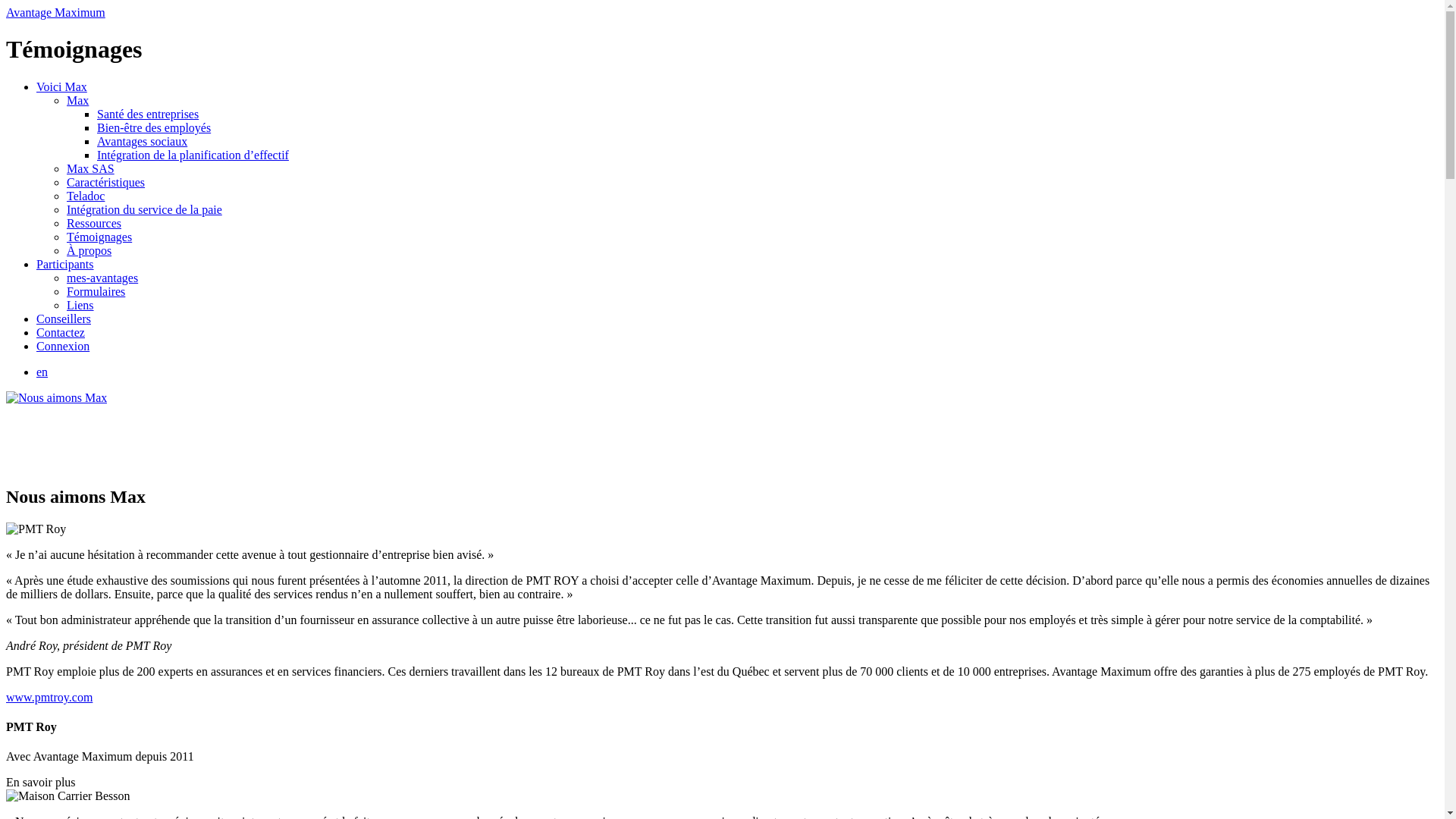 The image size is (1456, 819). Describe the element at coordinates (56, 397) in the screenshot. I see `'Nous aimons Max'` at that location.